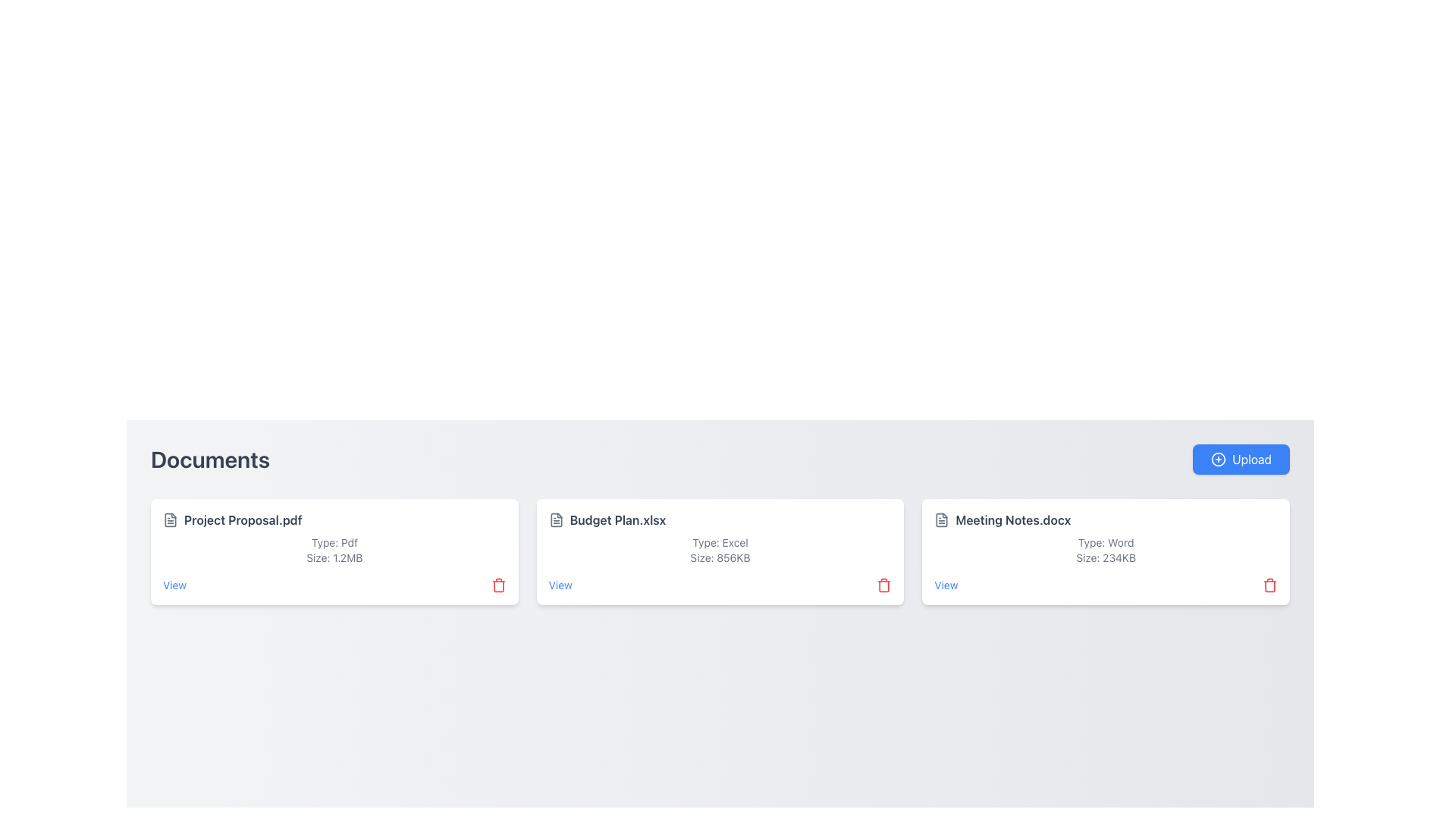 The height and width of the screenshot is (819, 1456). Describe the element at coordinates (720, 542) in the screenshot. I see `text label displaying 'Type: Excel' located below 'Budget Plan.xlsx' and above 'Size: 856KB' in the central document card of the interface` at that location.